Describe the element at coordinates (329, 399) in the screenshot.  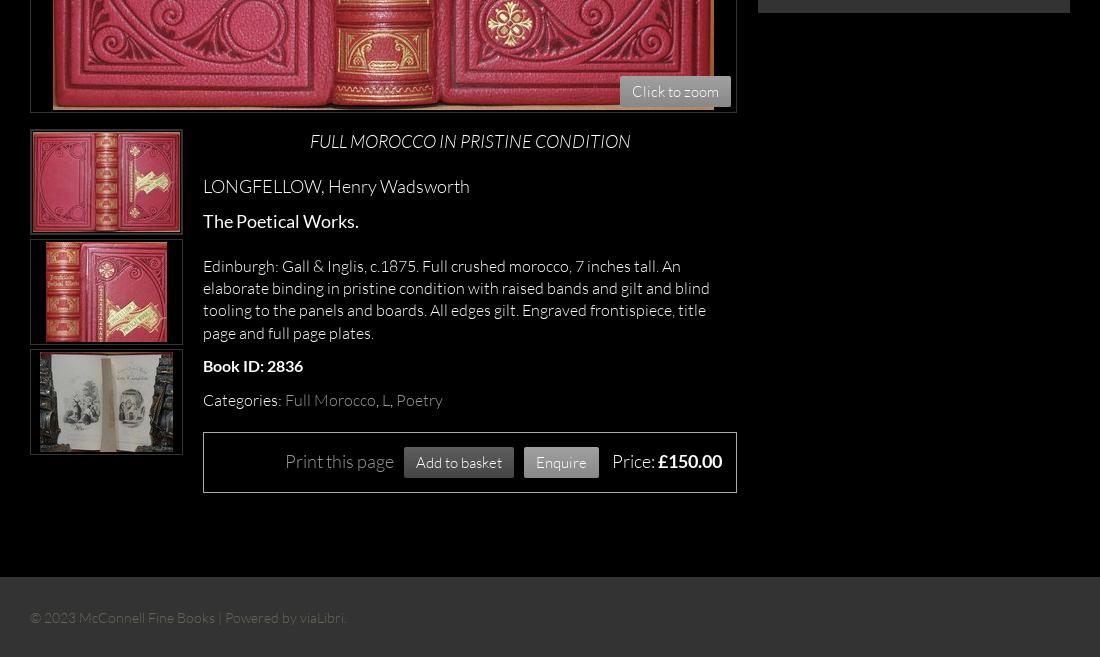
I see `'Full Morocco'` at that location.